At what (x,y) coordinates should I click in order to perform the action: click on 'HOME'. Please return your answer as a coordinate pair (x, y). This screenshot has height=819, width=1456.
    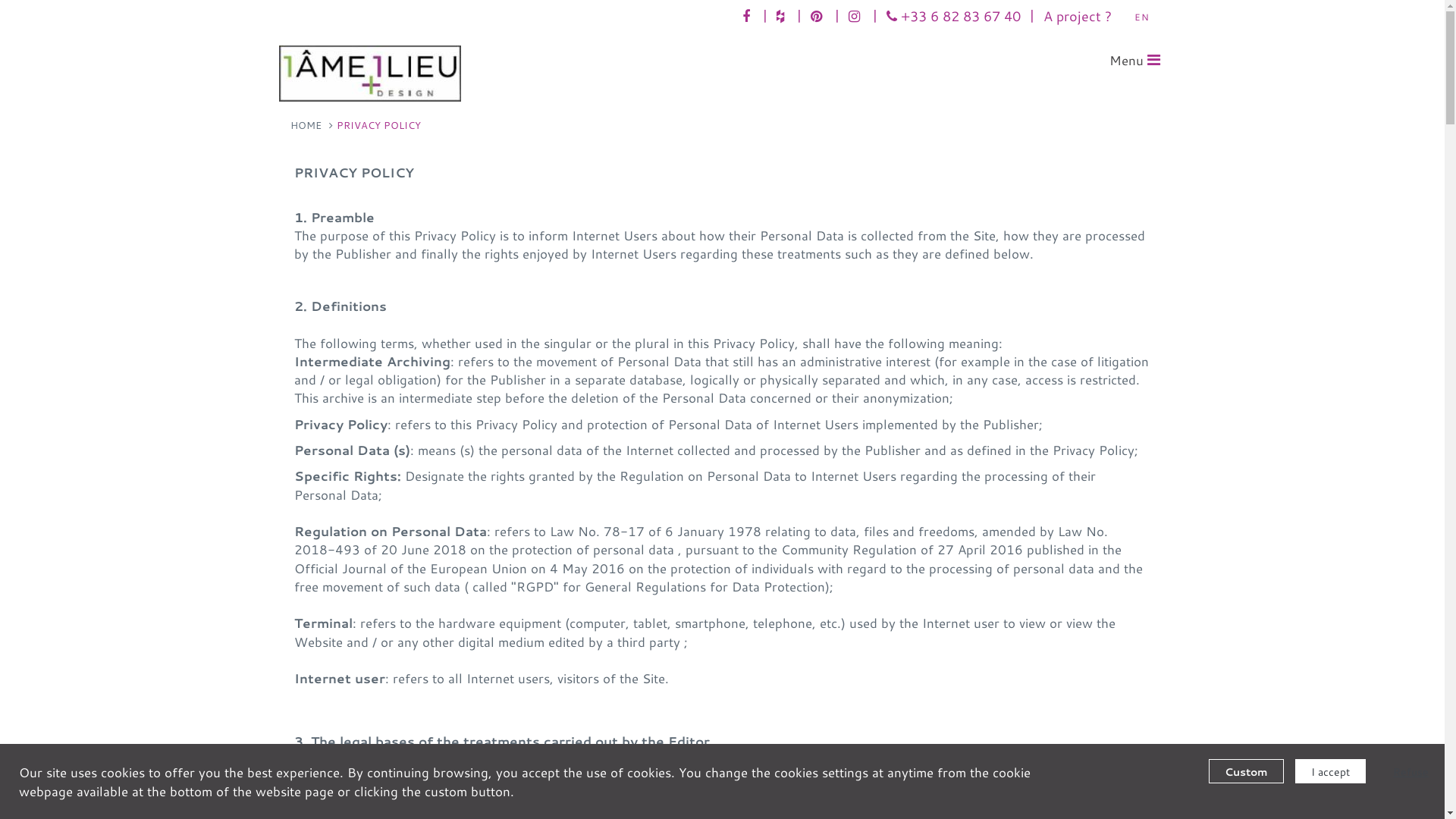
    Looking at the image, I should click on (290, 124).